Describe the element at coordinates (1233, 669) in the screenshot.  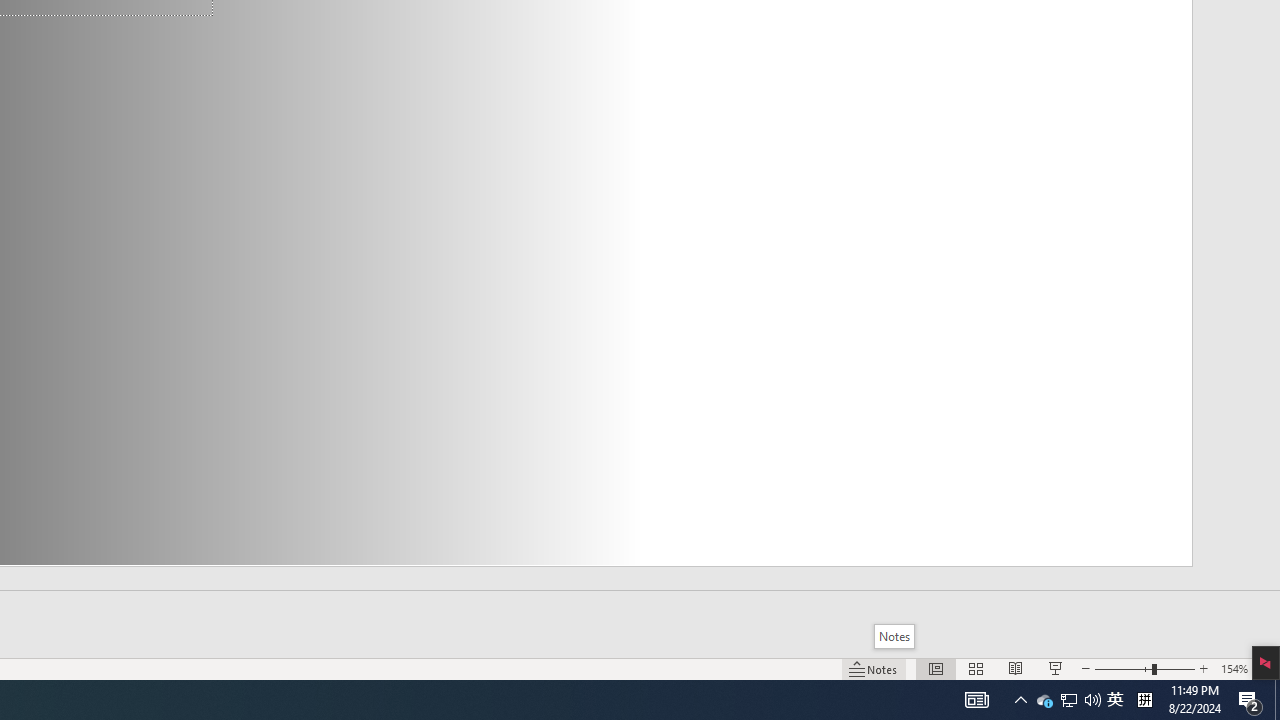
I see `'Zoom 154%'` at that location.